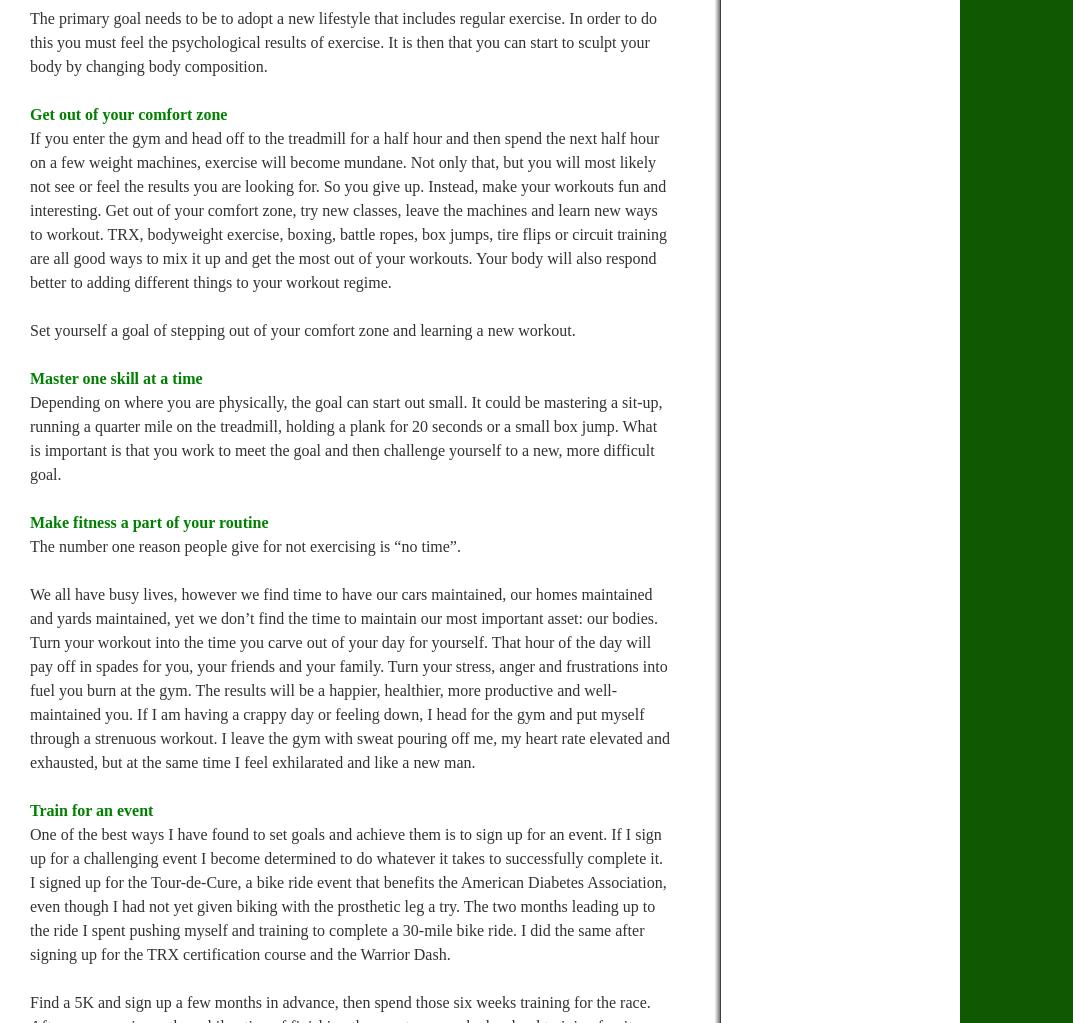 This screenshot has width=1073, height=1023. I want to click on 'The number one reason people give for not exercising is “no time”.', so click(243, 545).